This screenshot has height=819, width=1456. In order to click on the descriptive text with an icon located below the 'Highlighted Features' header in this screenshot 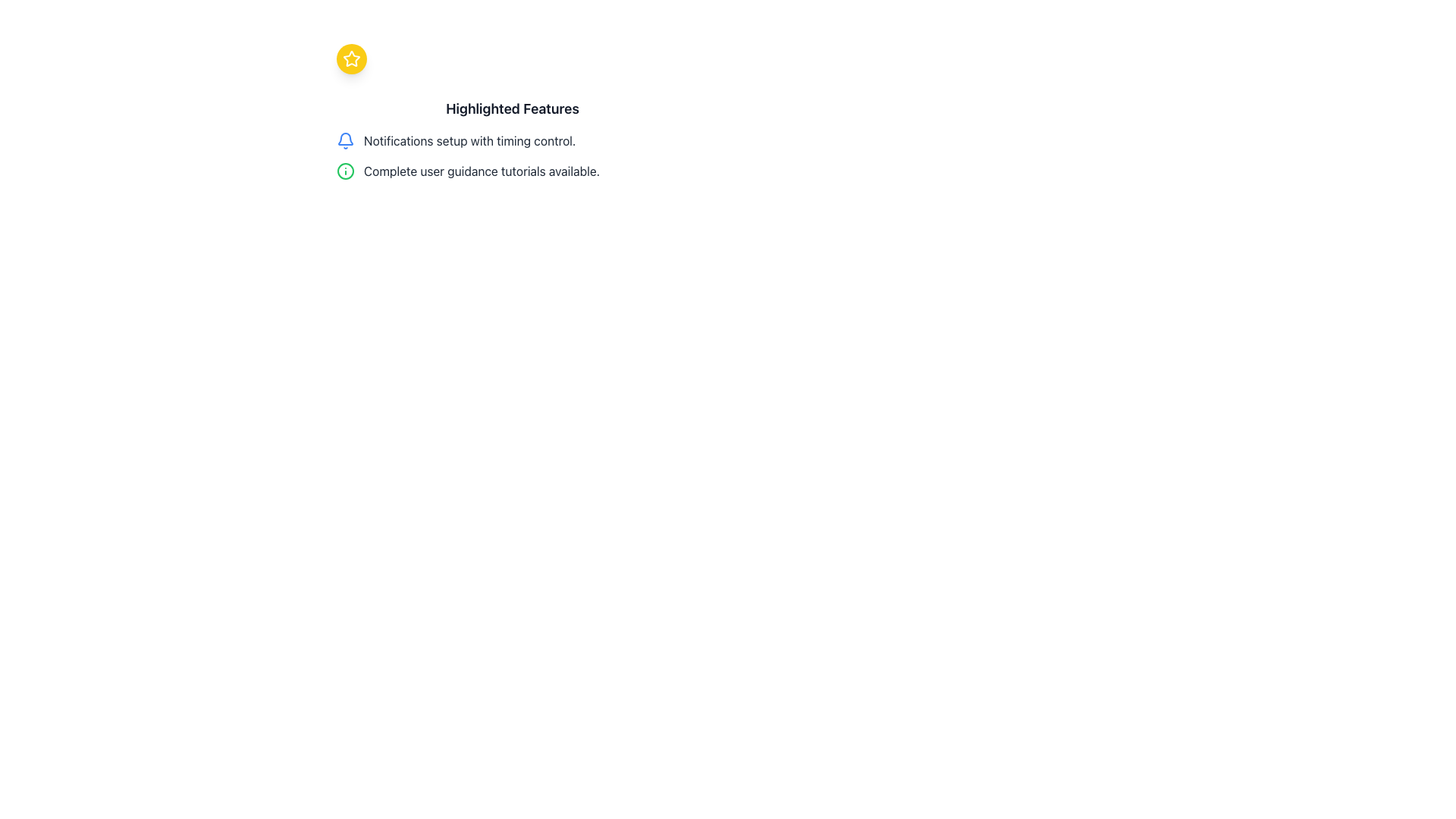, I will do `click(513, 140)`.